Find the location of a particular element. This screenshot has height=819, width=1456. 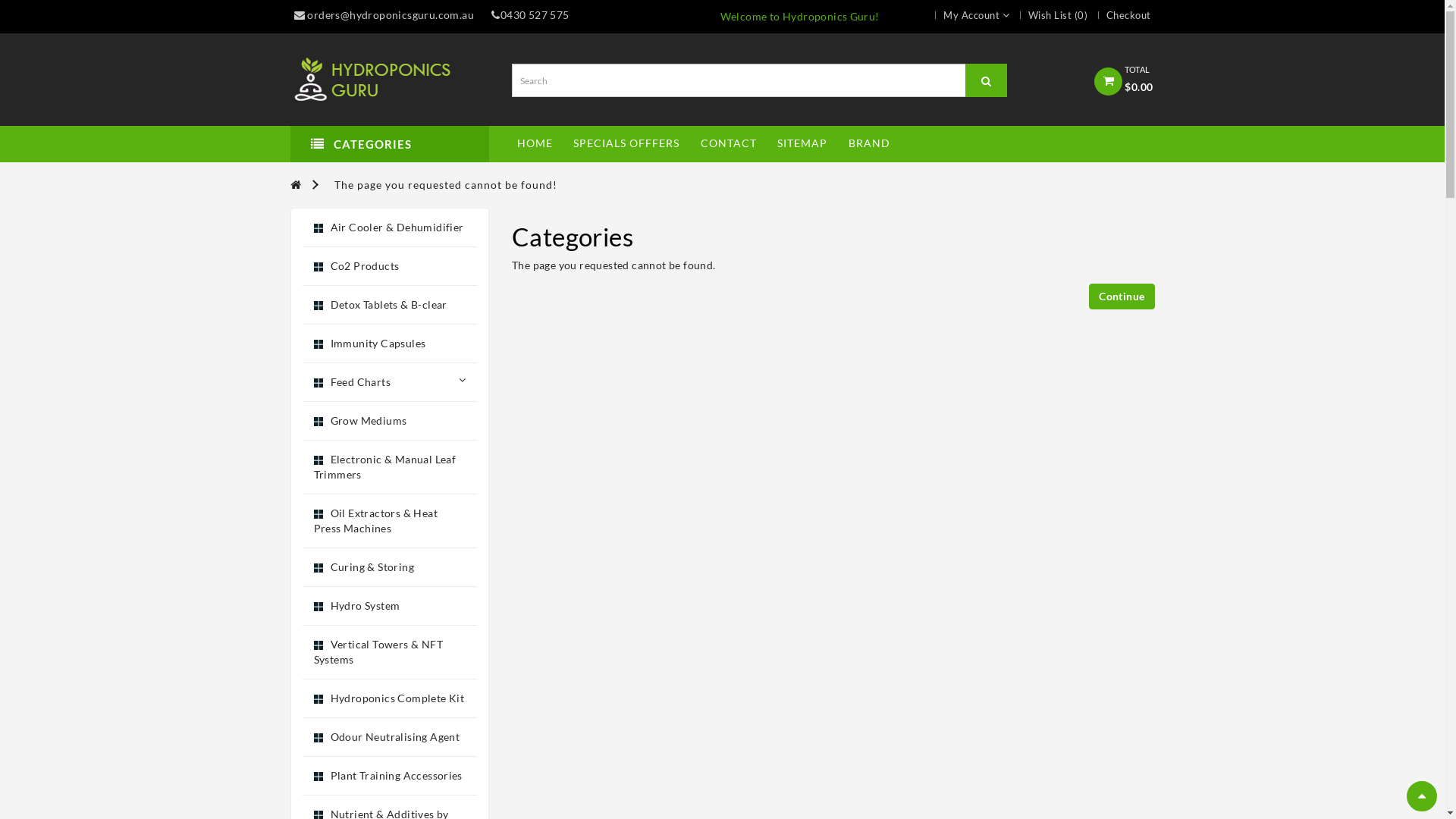

'Plant Training Accessories' is located at coordinates (302, 776).